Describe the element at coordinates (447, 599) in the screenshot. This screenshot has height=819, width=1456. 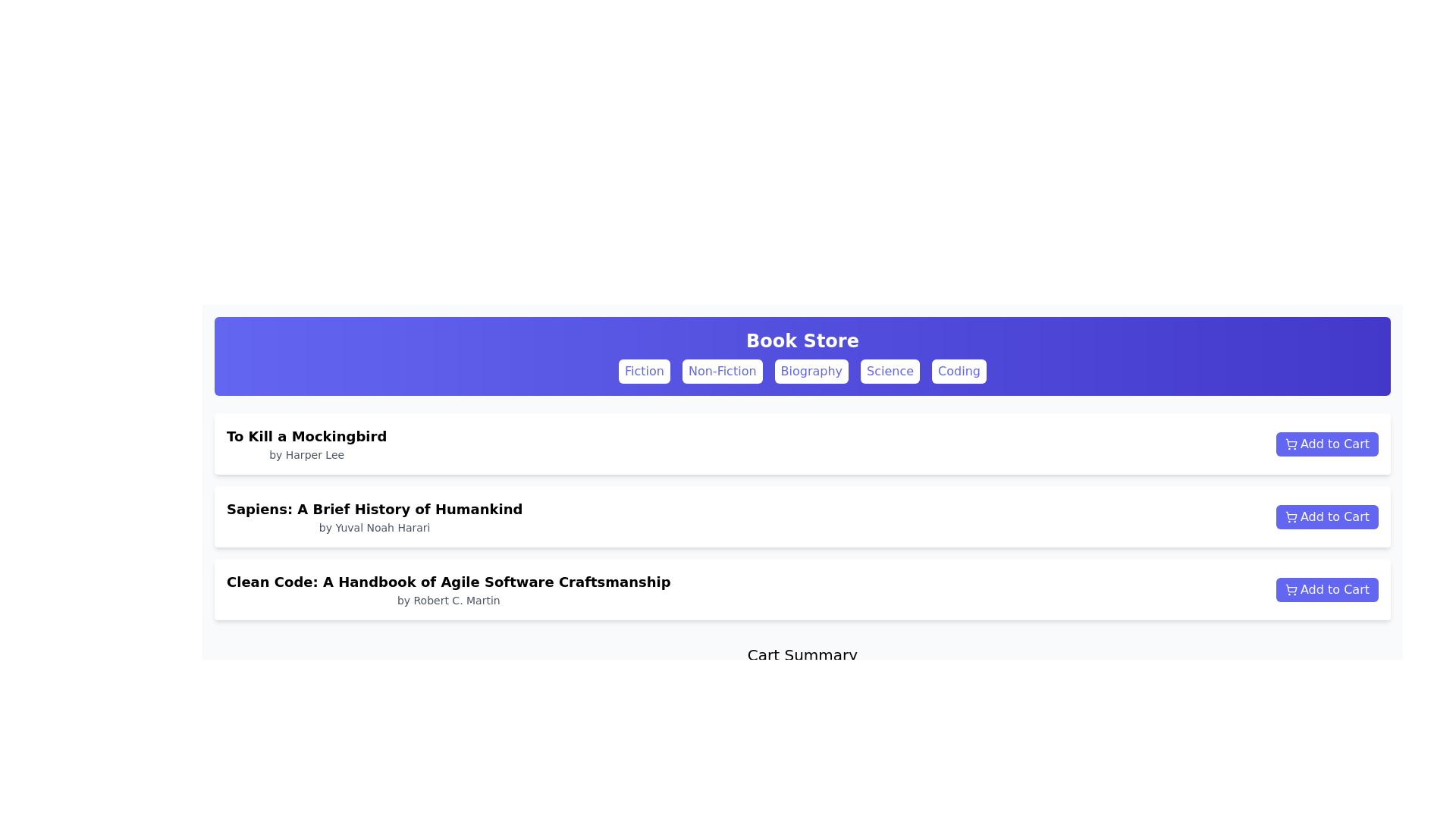
I see `non-interactive text element displaying the author's name 'Robert C. Martin', which is located beneath the main title of the book 'Clean Code: A Handbook of Agile Software Craftsmanship'` at that location.